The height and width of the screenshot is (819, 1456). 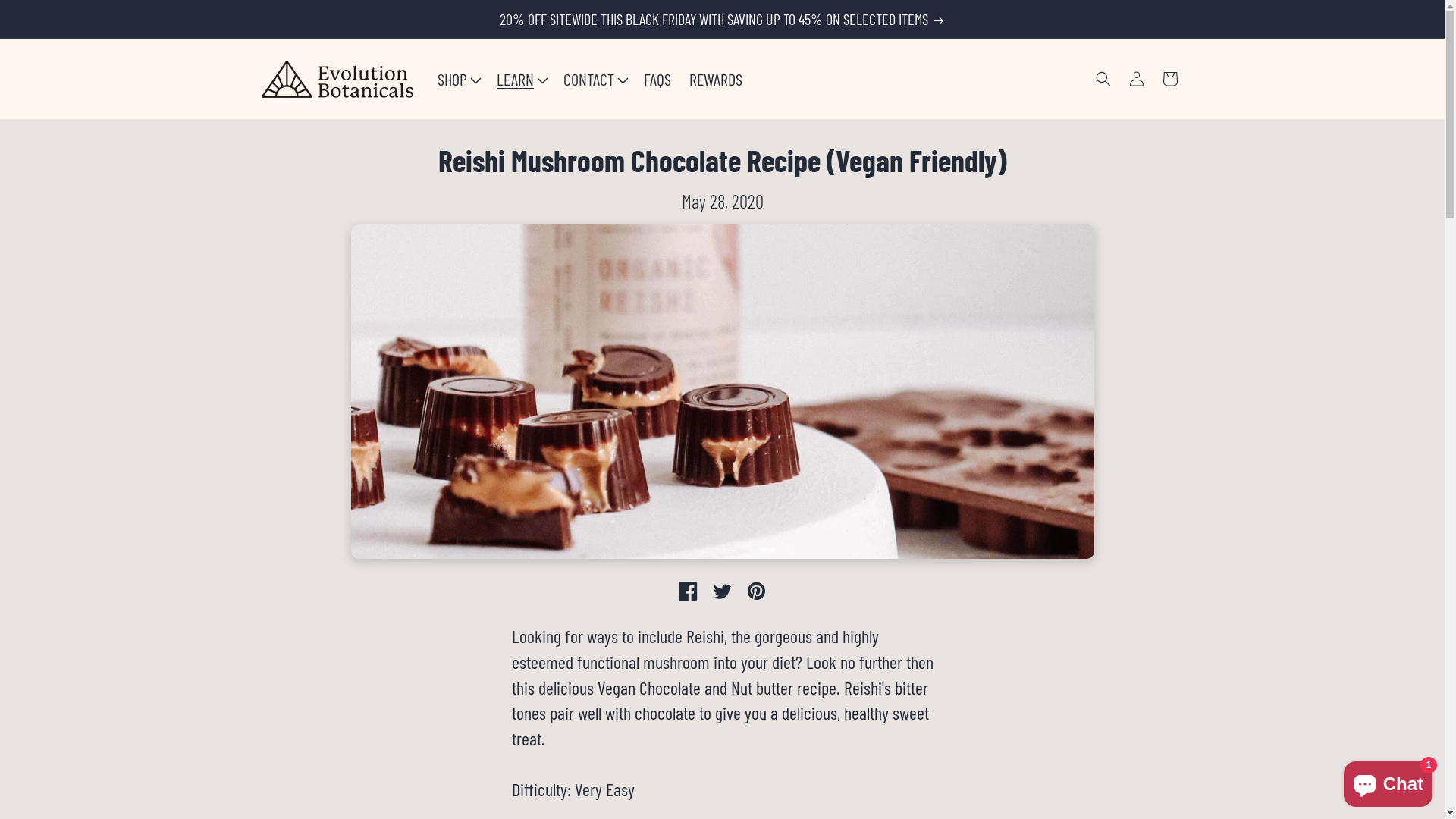 What do you see at coordinates (1168, 79) in the screenshot?
I see `'Cart'` at bounding box center [1168, 79].